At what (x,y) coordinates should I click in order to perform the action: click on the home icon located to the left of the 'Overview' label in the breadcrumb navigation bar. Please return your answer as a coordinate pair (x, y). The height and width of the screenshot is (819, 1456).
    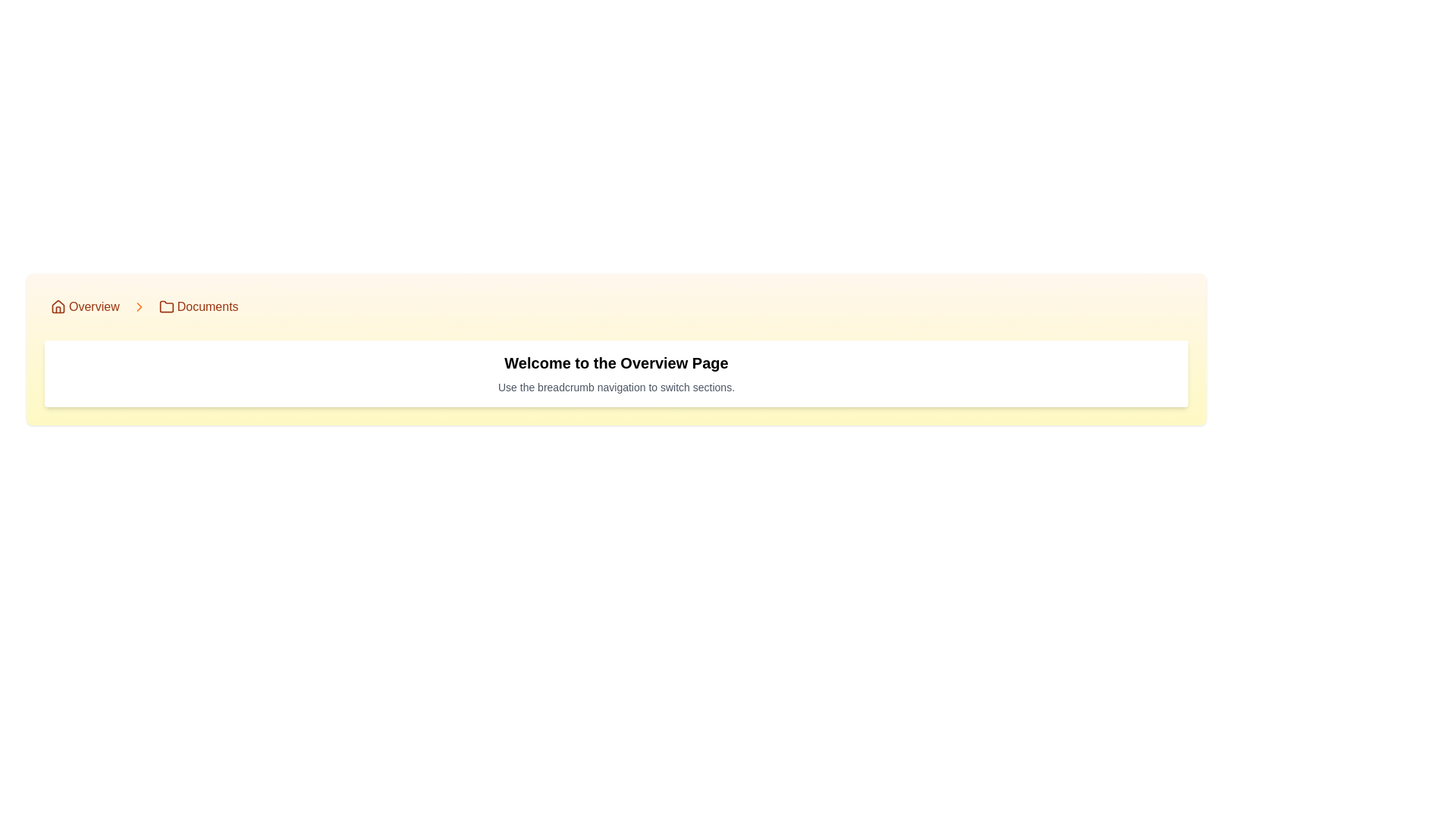
    Looking at the image, I should click on (58, 307).